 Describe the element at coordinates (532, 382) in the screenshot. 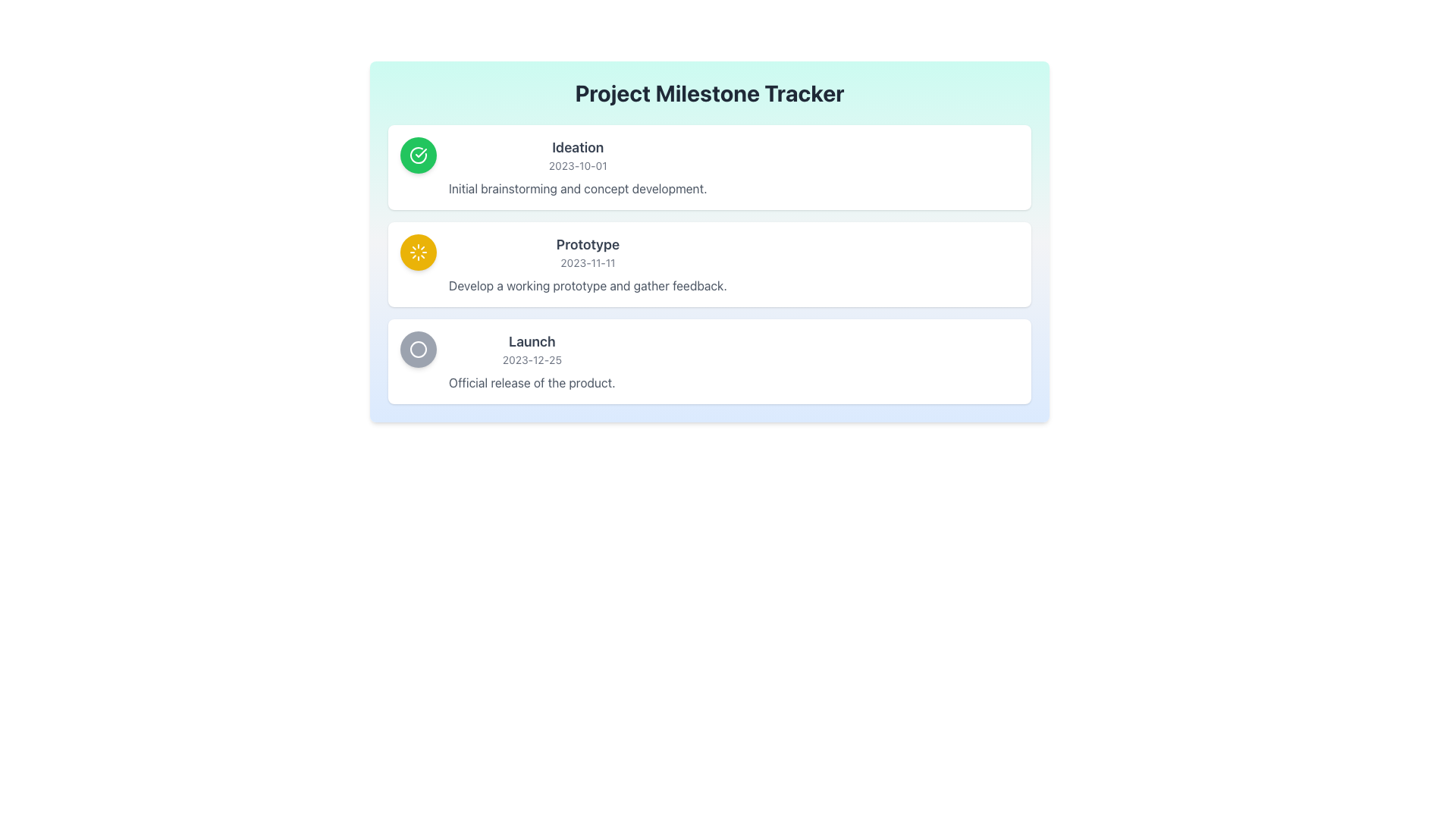

I see `text content of the gray text element that states 'Official release of the product.' located beneath the date '2023-12-25' in the 'Launch' milestone entry` at that location.